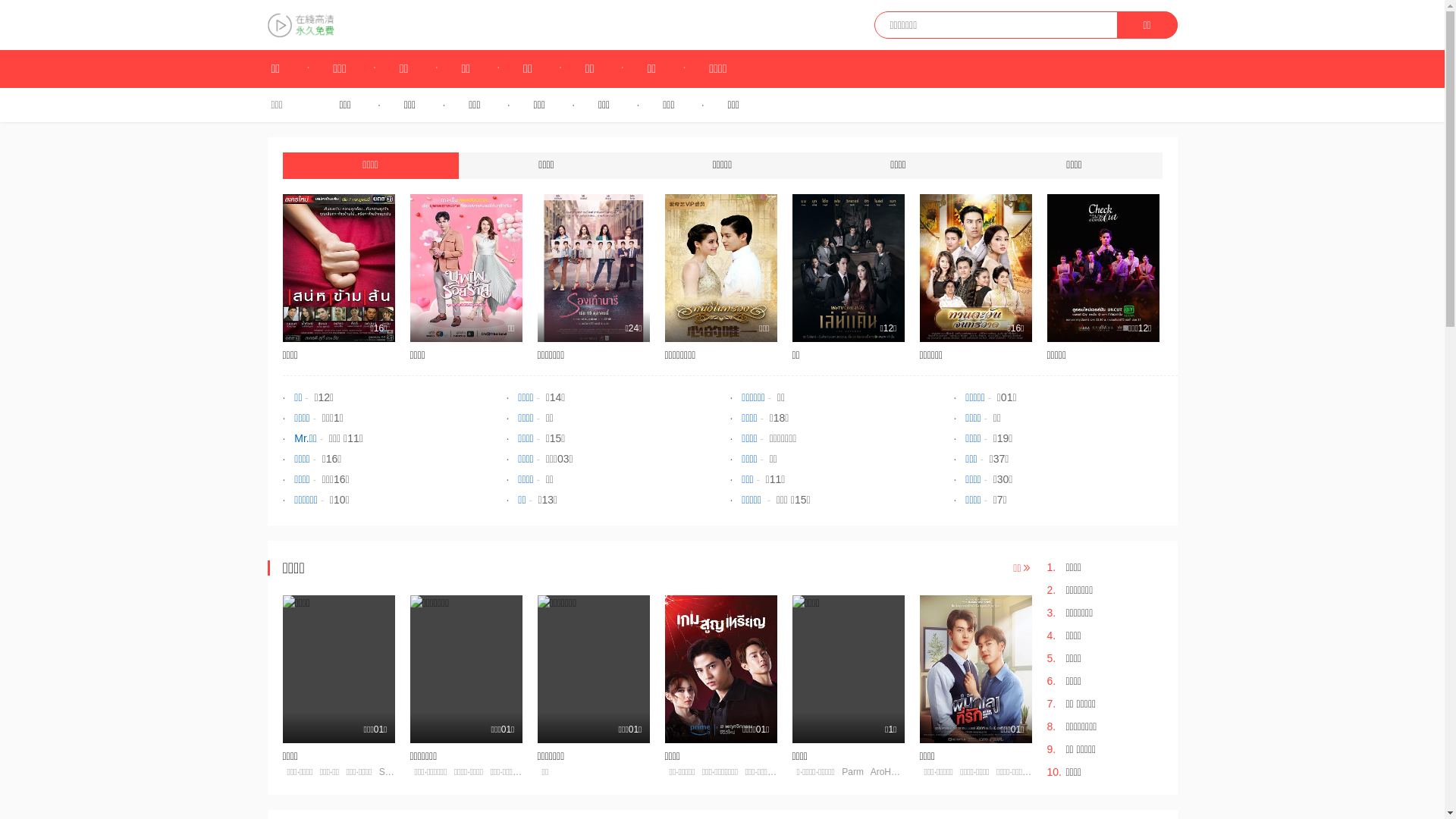 The image size is (1456, 819). Describe the element at coordinates (883, 772) in the screenshot. I see `'AroHa'` at that location.